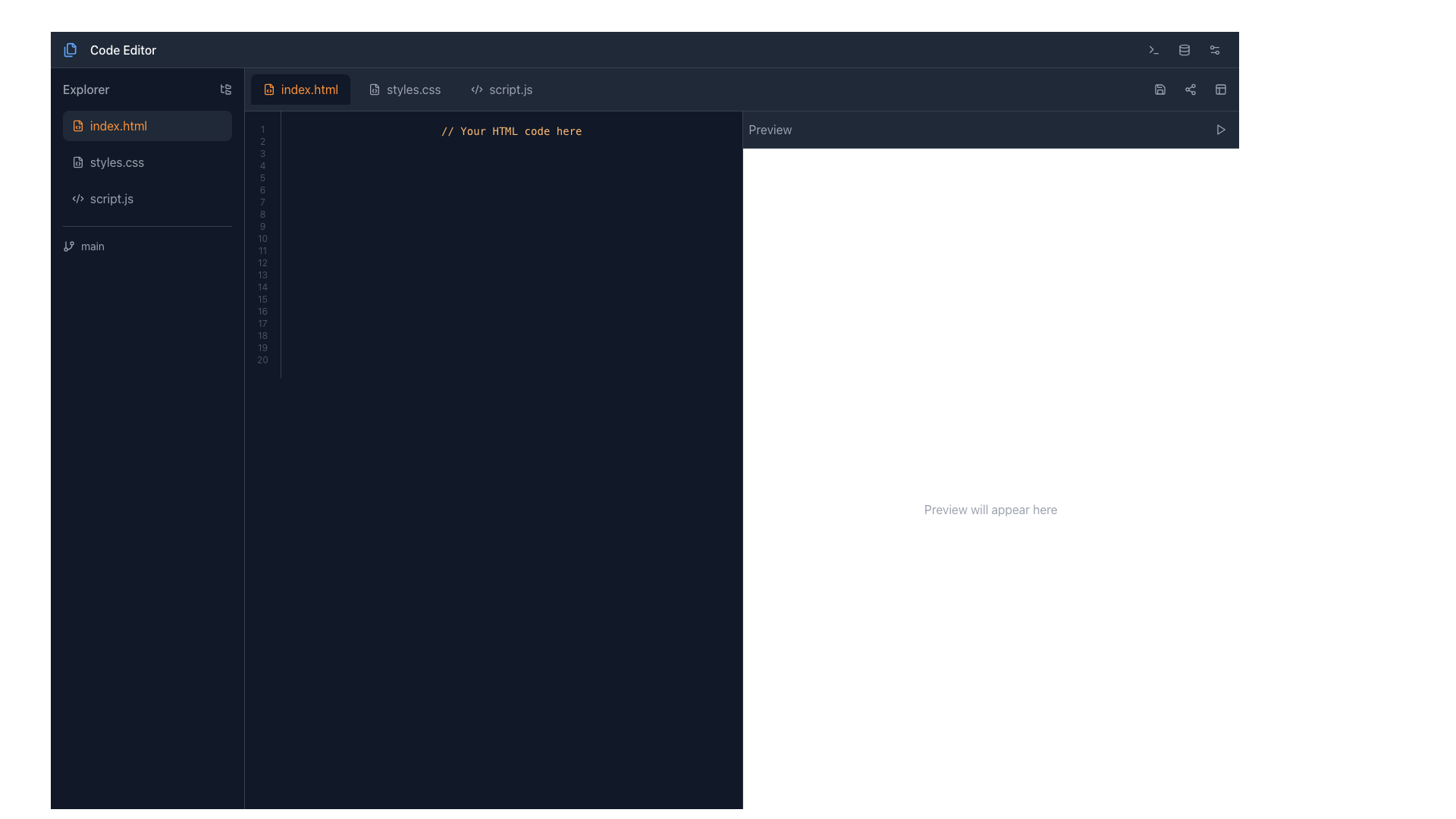 Image resolution: width=1456 pixels, height=819 pixels. What do you see at coordinates (1189, 89) in the screenshot?
I see `the small circular icon button with three connected dots, which is located in the top-right toolbar, adjacent to the save icon and another distinct icon` at bounding box center [1189, 89].